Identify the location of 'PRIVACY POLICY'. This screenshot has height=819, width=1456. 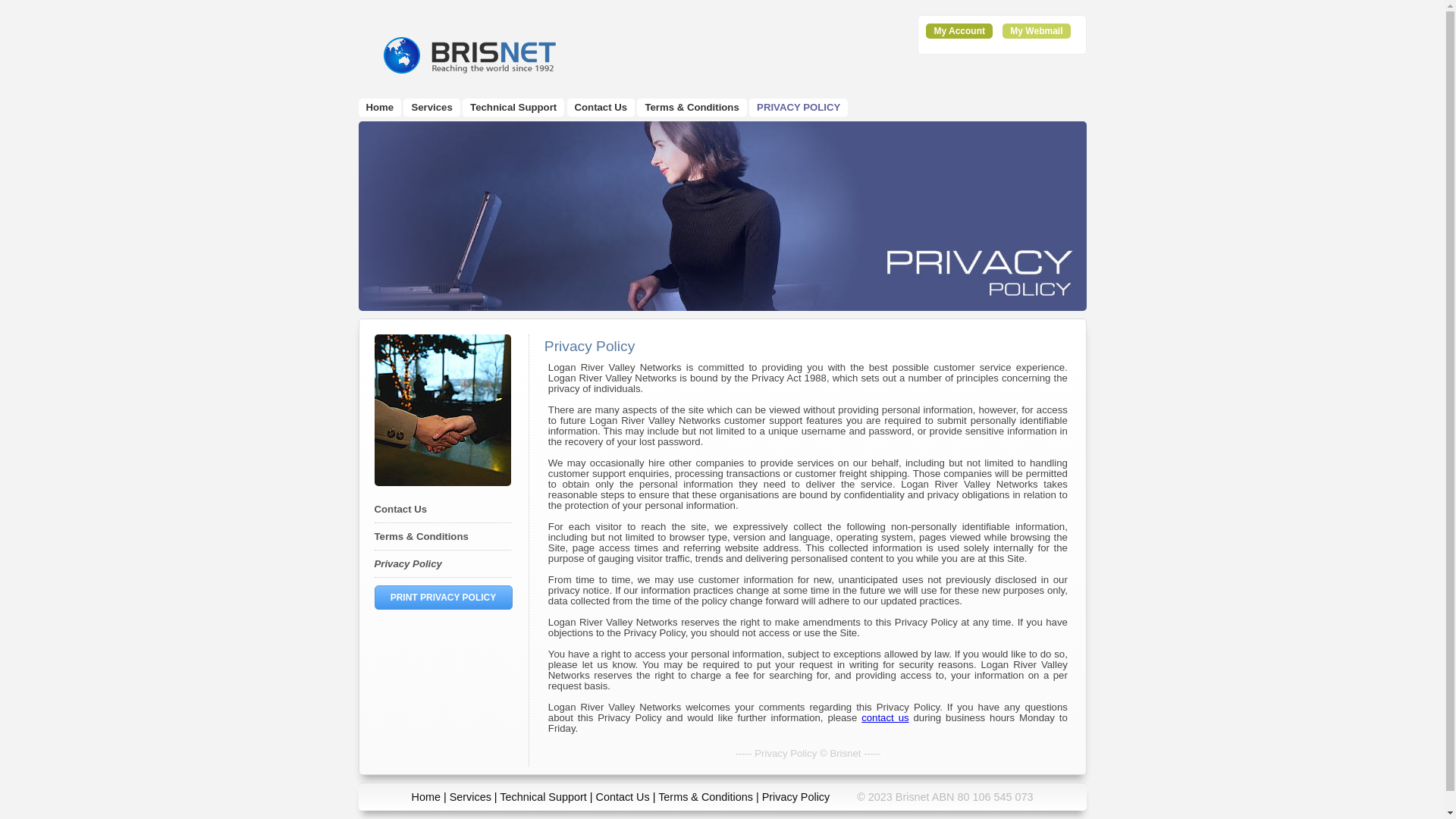
(797, 106).